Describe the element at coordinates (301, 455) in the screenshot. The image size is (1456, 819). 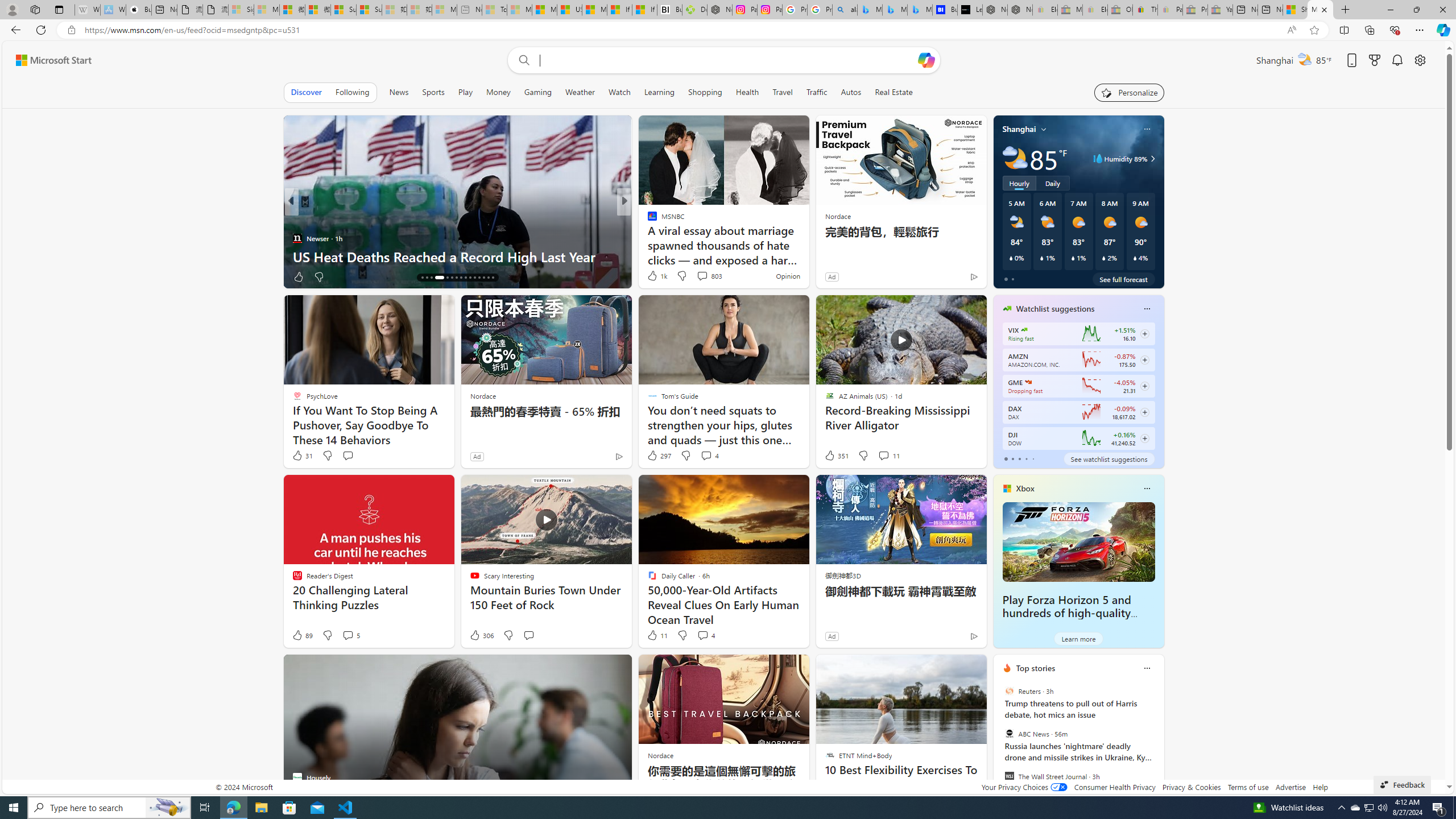
I see `'31 Like'` at that location.